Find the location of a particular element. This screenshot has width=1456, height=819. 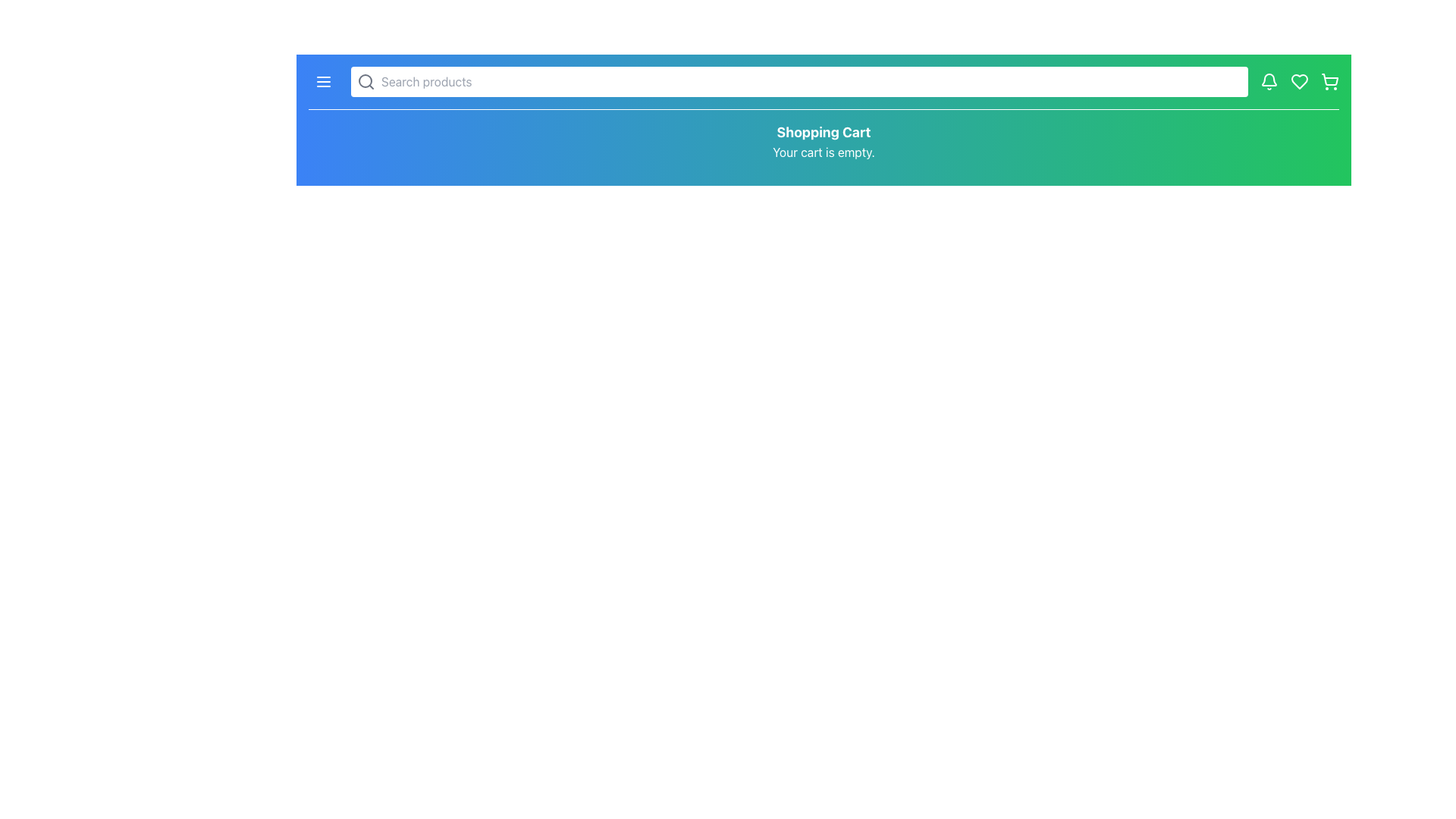

the heart-shaped icon button located in the navigation bar is located at coordinates (1298, 82).